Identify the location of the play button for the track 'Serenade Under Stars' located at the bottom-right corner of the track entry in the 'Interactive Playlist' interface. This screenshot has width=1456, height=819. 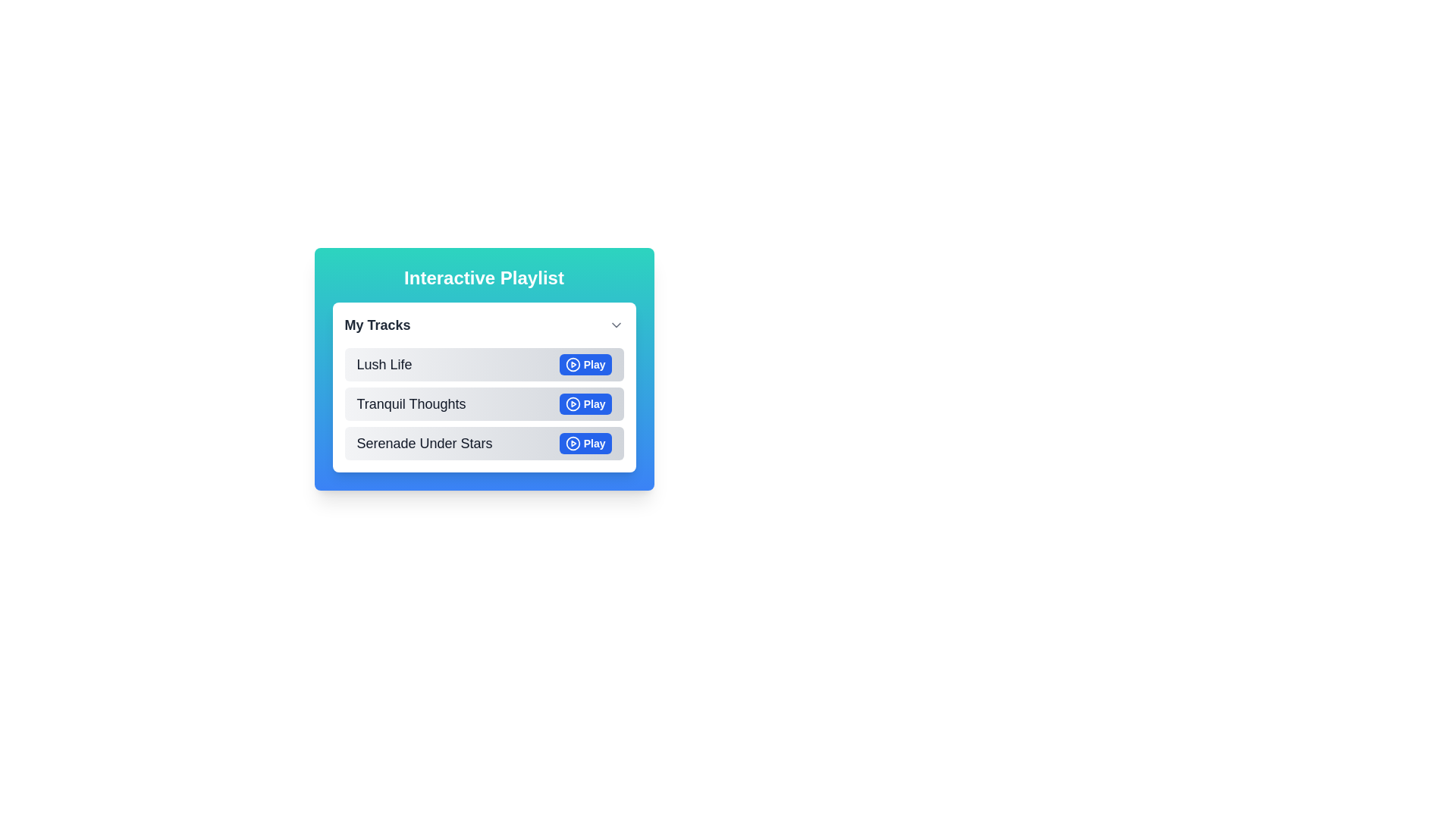
(585, 444).